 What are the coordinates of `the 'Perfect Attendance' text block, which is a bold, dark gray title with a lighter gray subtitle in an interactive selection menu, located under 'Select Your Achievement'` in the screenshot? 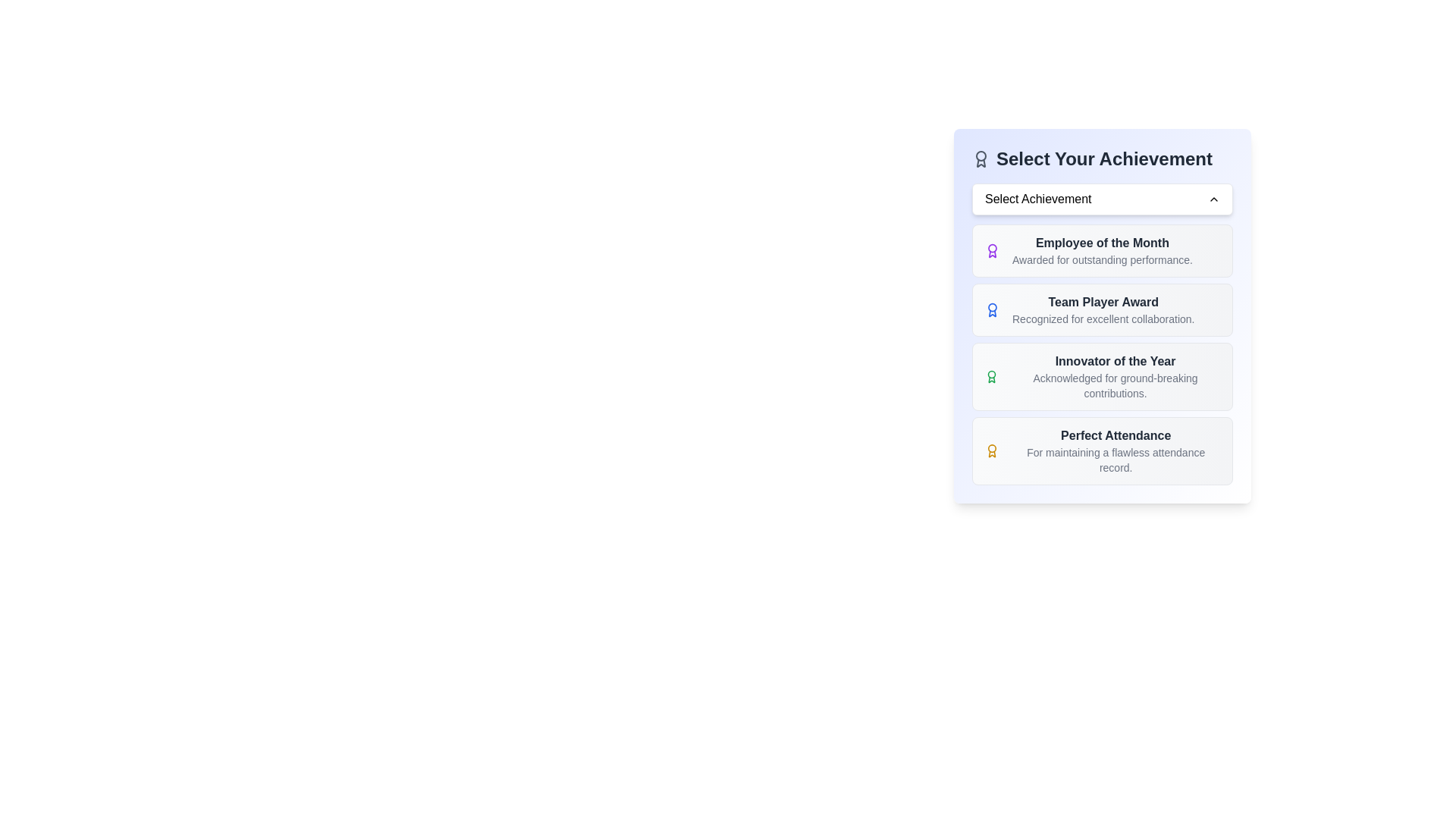 It's located at (1116, 450).